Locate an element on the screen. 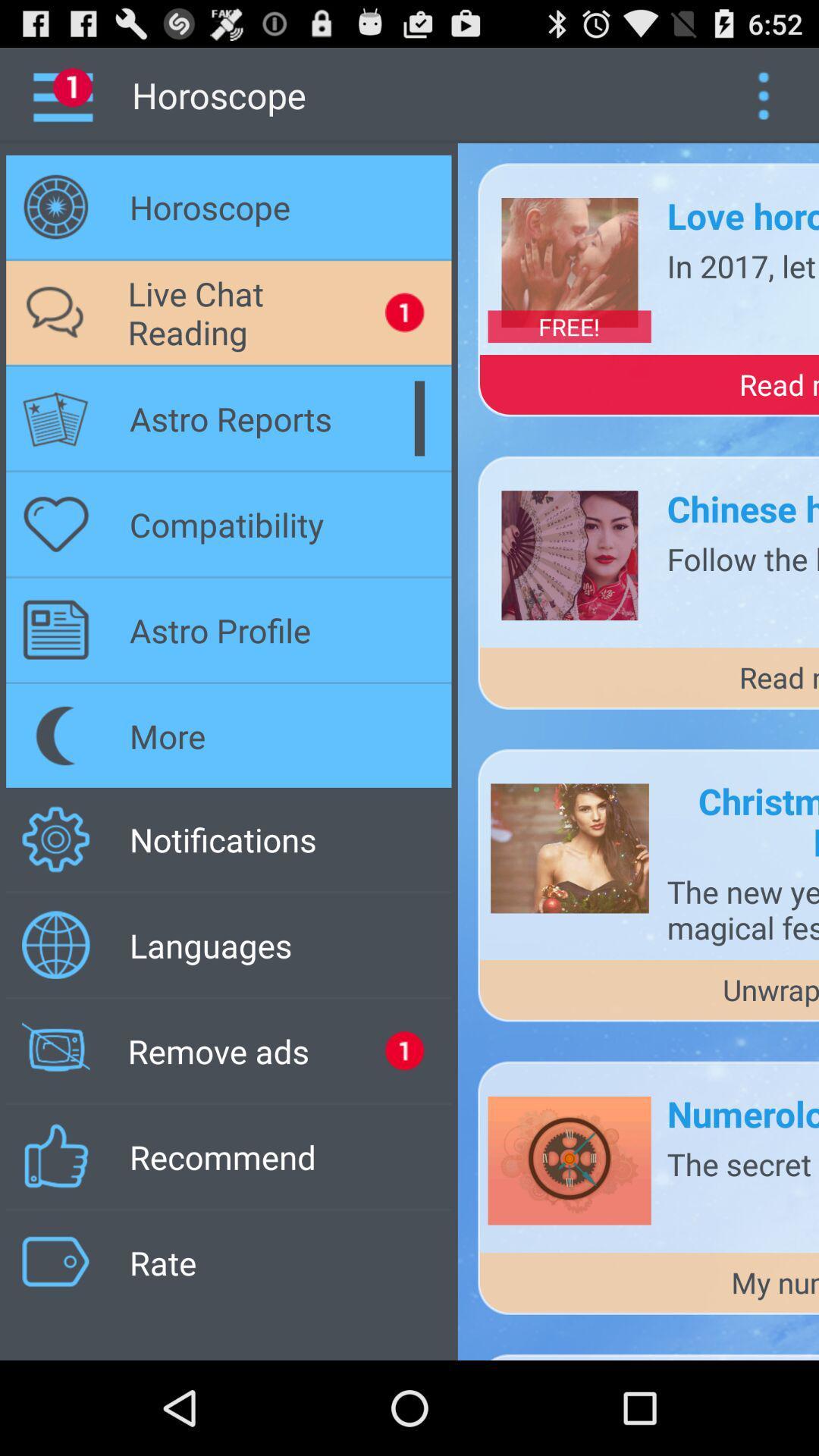  the chinese horoscope 2017 app is located at coordinates (742, 508).